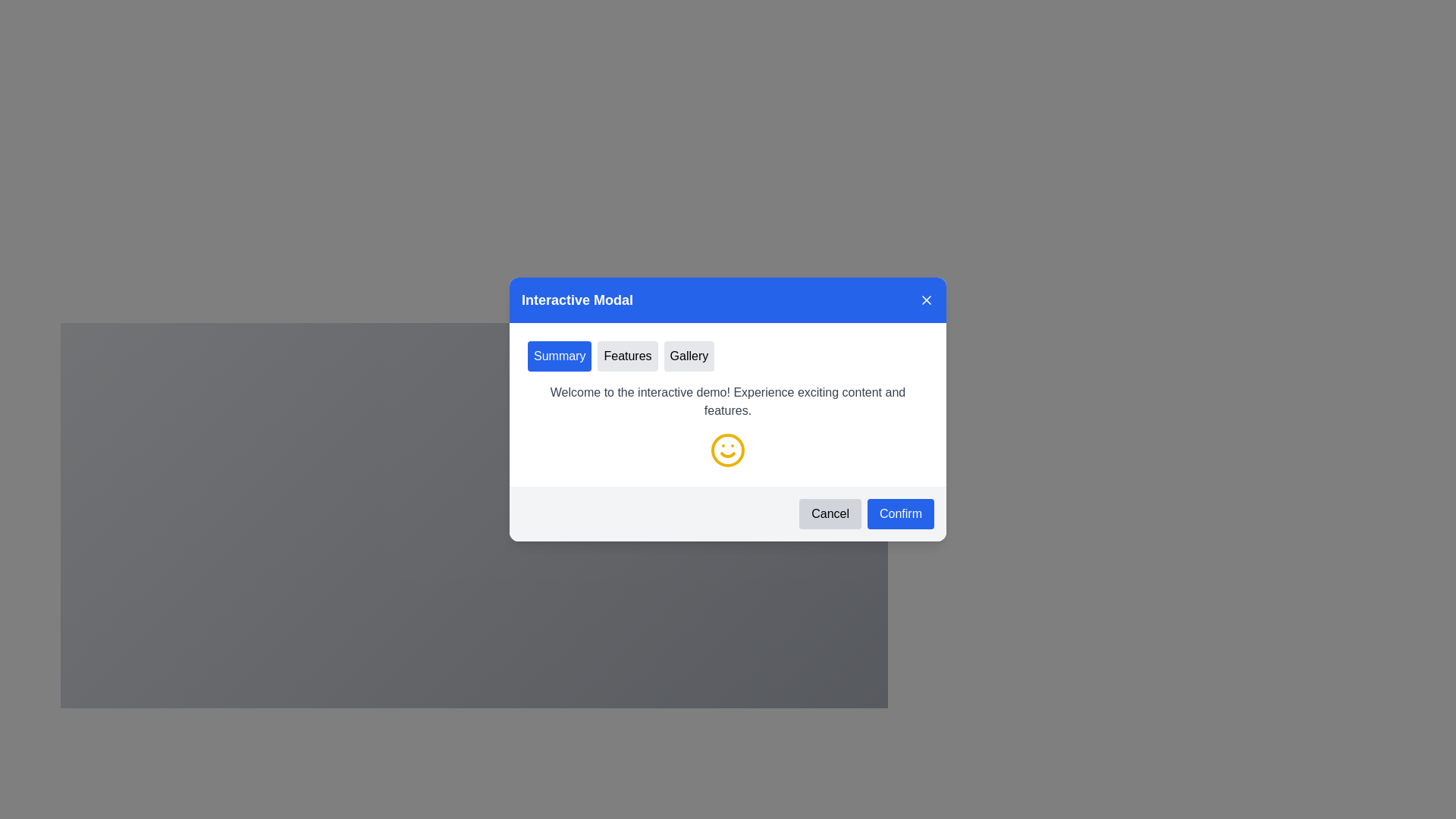 This screenshot has height=819, width=1456. I want to click on the circular border of the smiley face icon within the SVG graphic that is styled with a yellow color, so click(728, 450).